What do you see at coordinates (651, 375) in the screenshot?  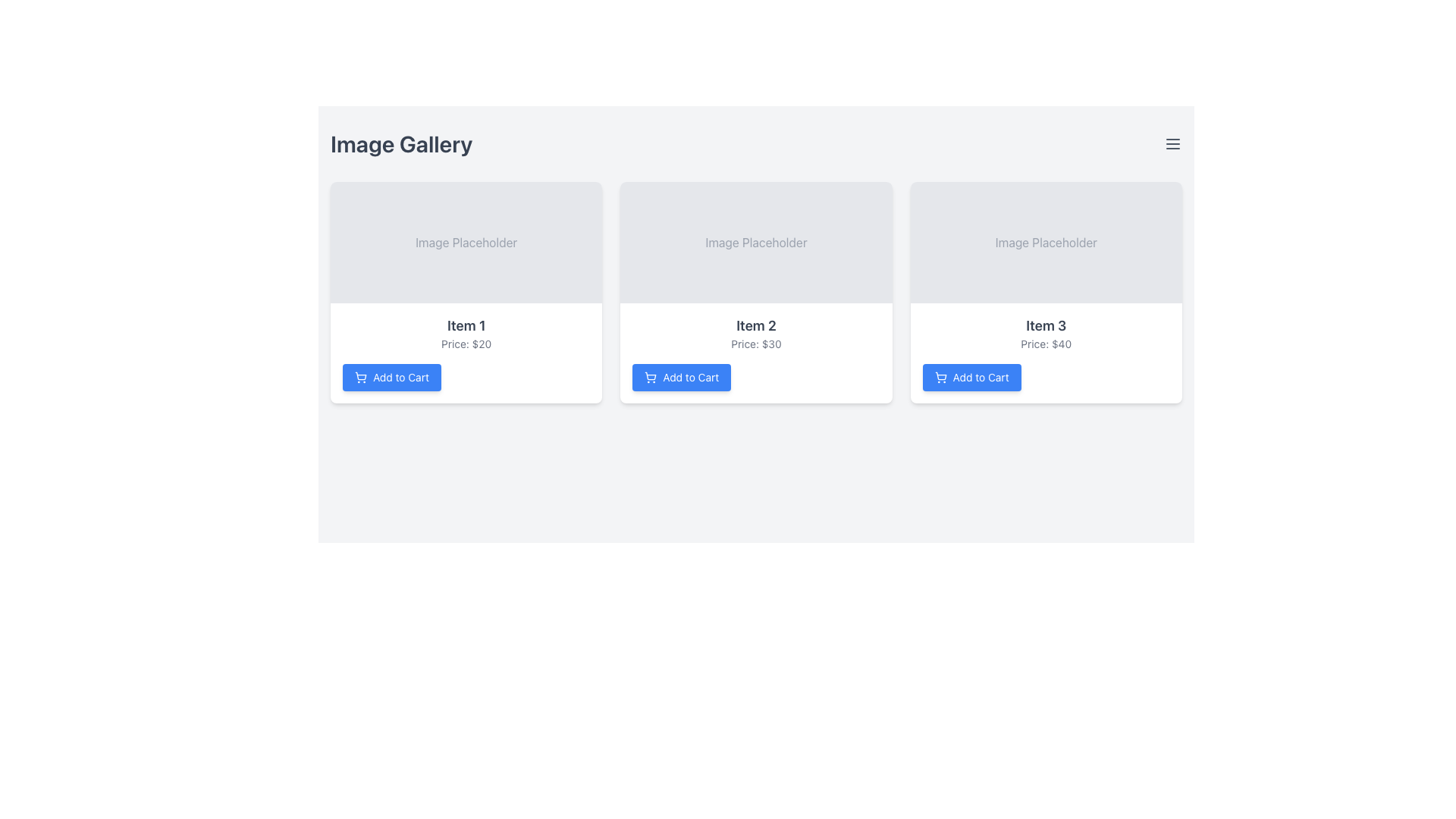 I see `the shopping cart icon within the 'Add to Cart' button for 'Item 2'` at bounding box center [651, 375].